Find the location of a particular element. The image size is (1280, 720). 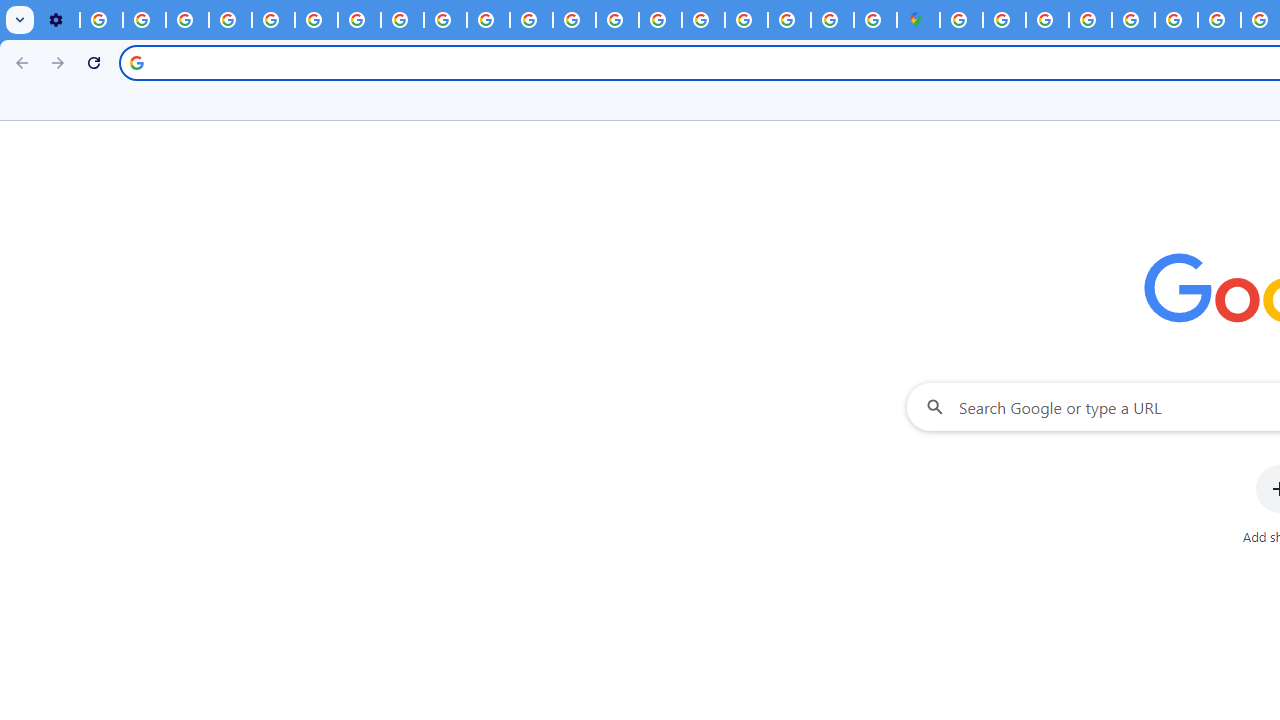

'Sign in - Google Accounts' is located at coordinates (1004, 20).